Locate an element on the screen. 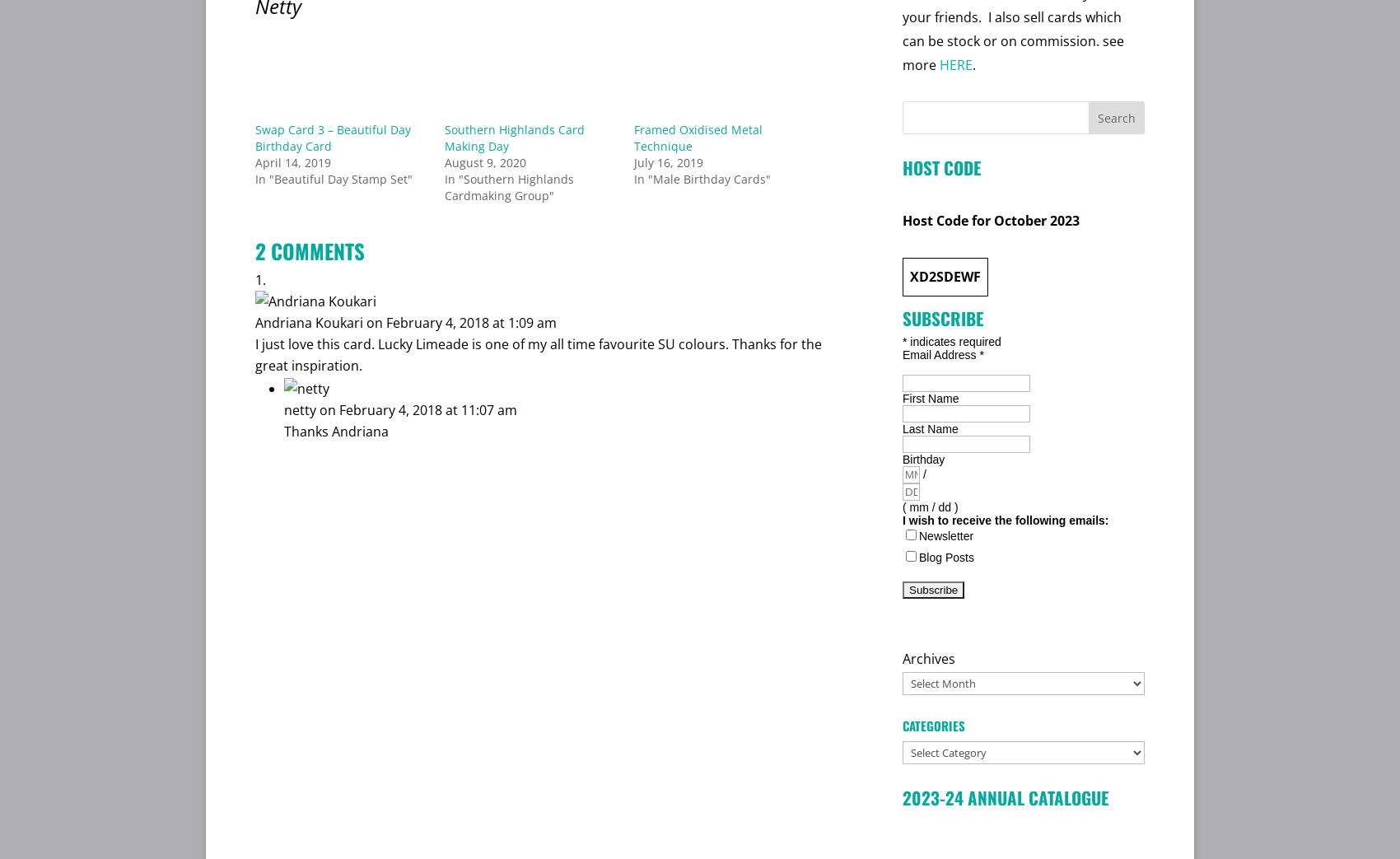 This screenshot has height=859, width=1400. 'Email Address' is located at coordinates (940, 354).